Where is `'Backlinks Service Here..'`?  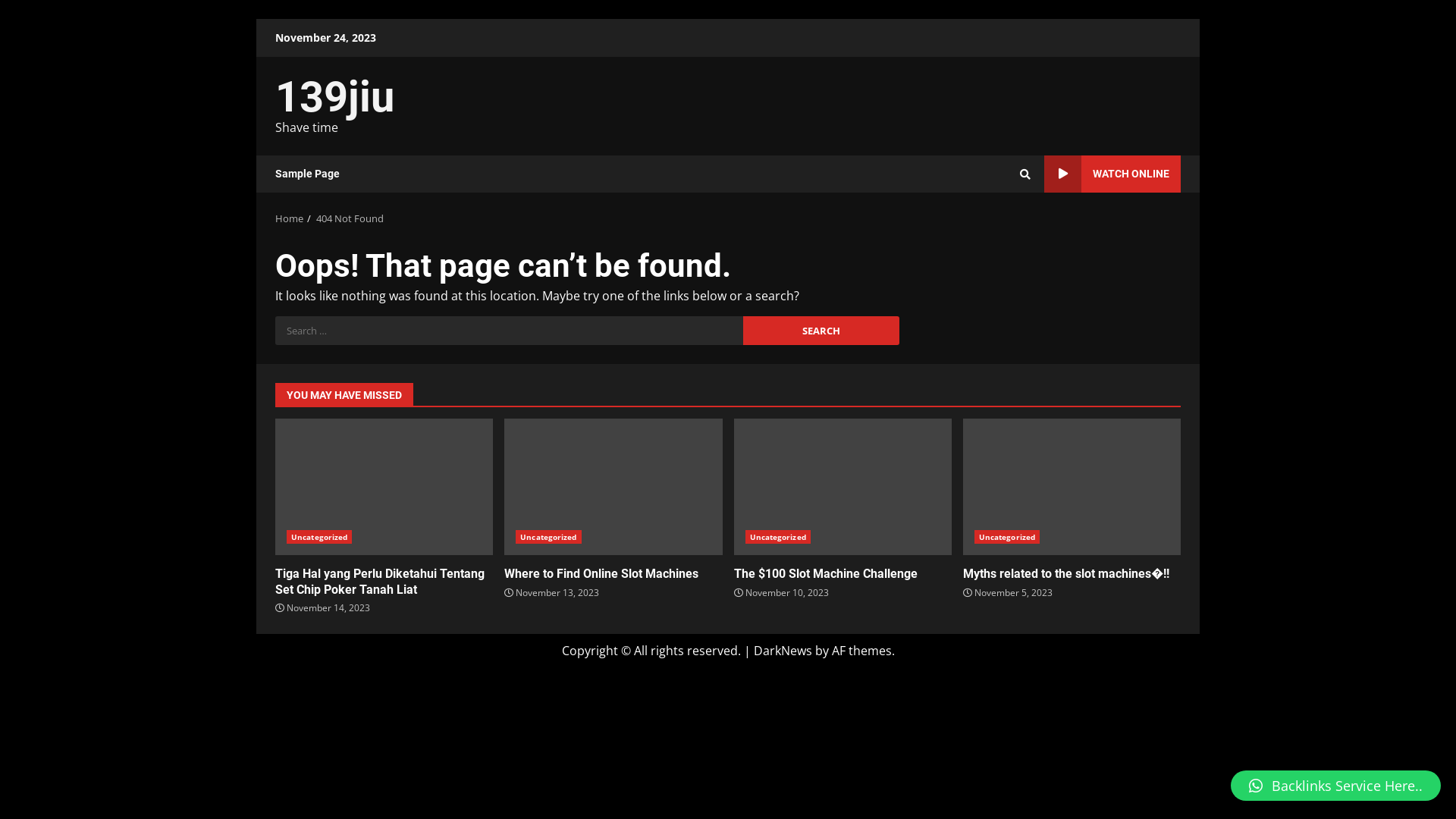
'Backlinks Service Here..' is located at coordinates (1335, 785).